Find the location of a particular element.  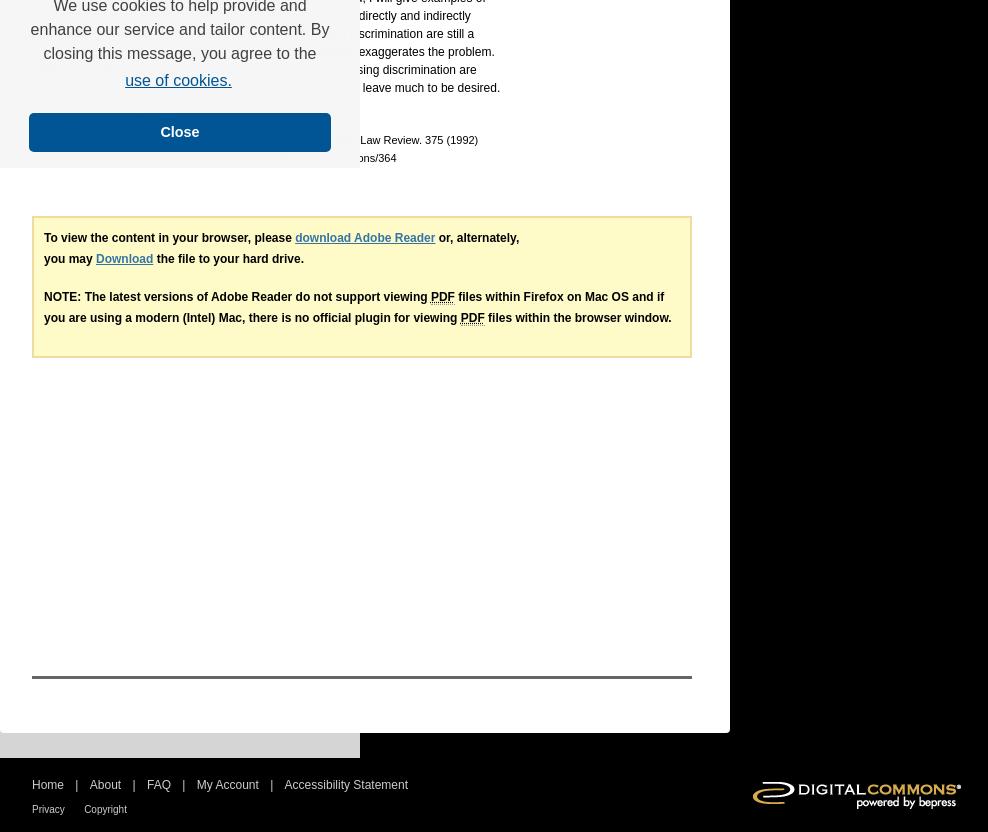

', 63 University of Colorado Law Review. 375

(1992)' is located at coordinates (352, 139).